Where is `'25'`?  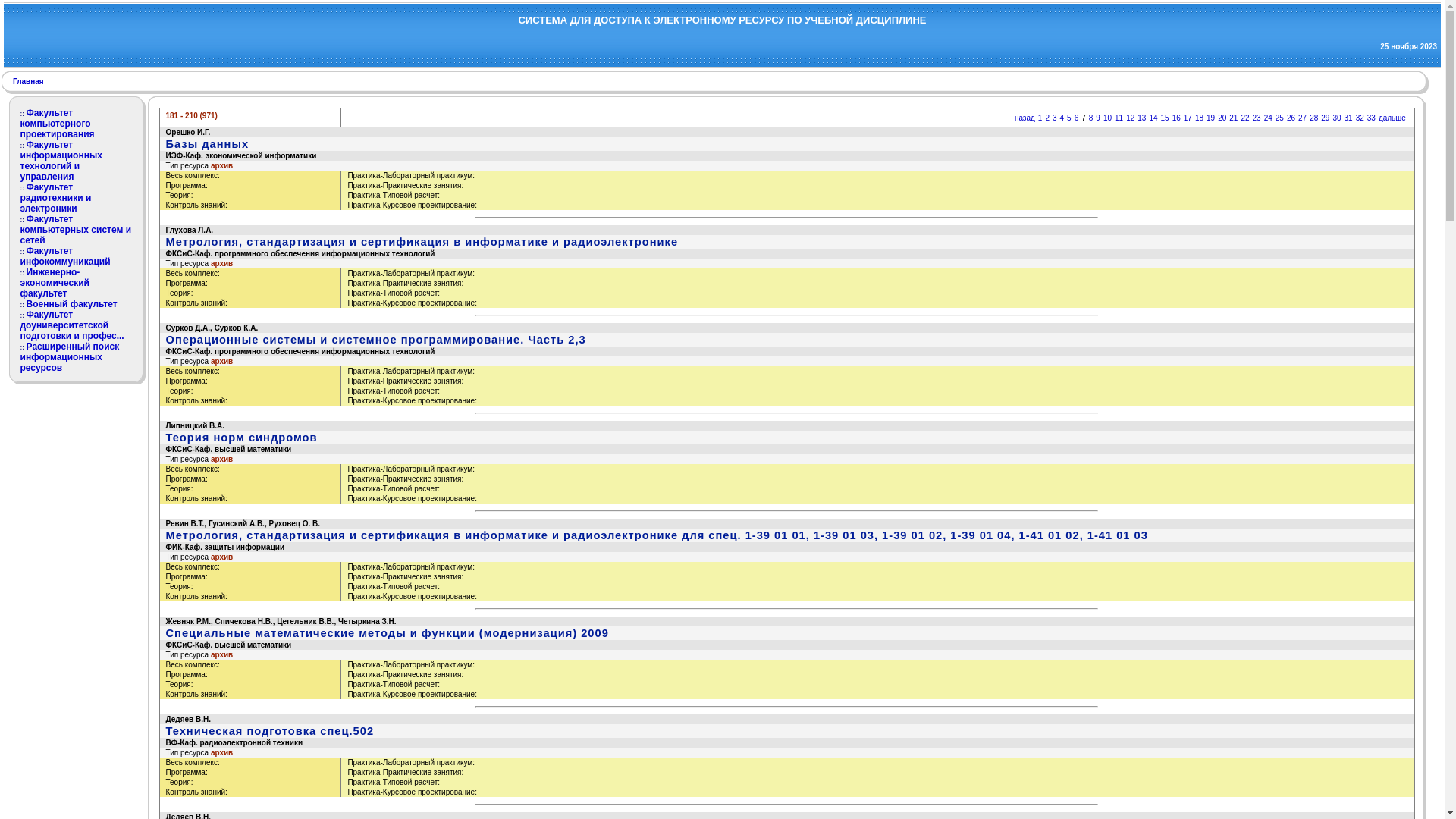 '25' is located at coordinates (1279, 117).